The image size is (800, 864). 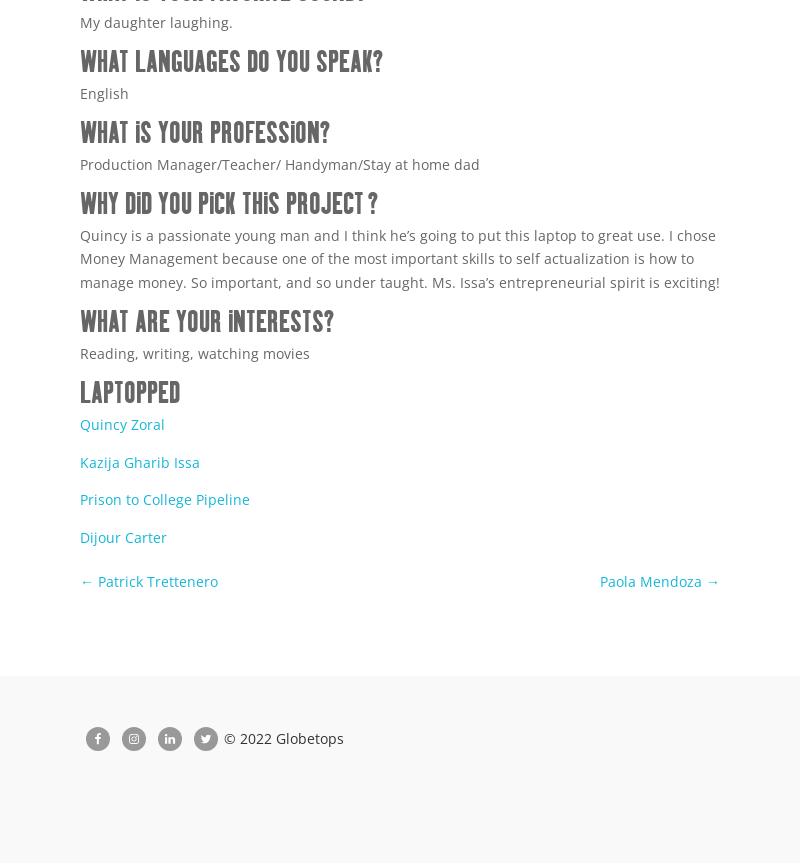 What do you see at coordinates (204, 133) in the screenshot?
I see `'What is your Profession?'` at bounding box center [204, 133].